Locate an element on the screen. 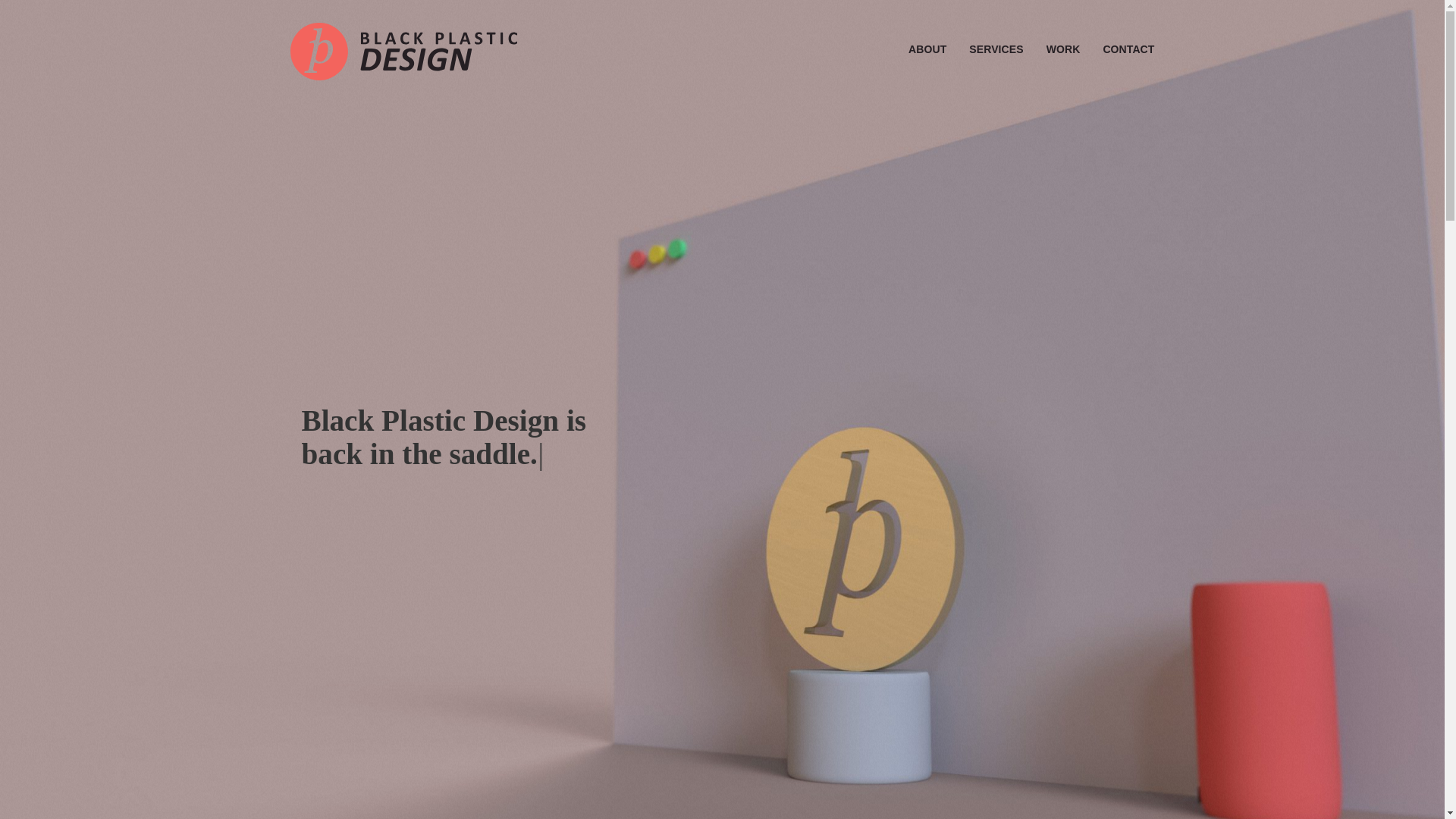 This screenshot has width=1456, height=819. 'ABOUT' is located at coordinates (927, 49).